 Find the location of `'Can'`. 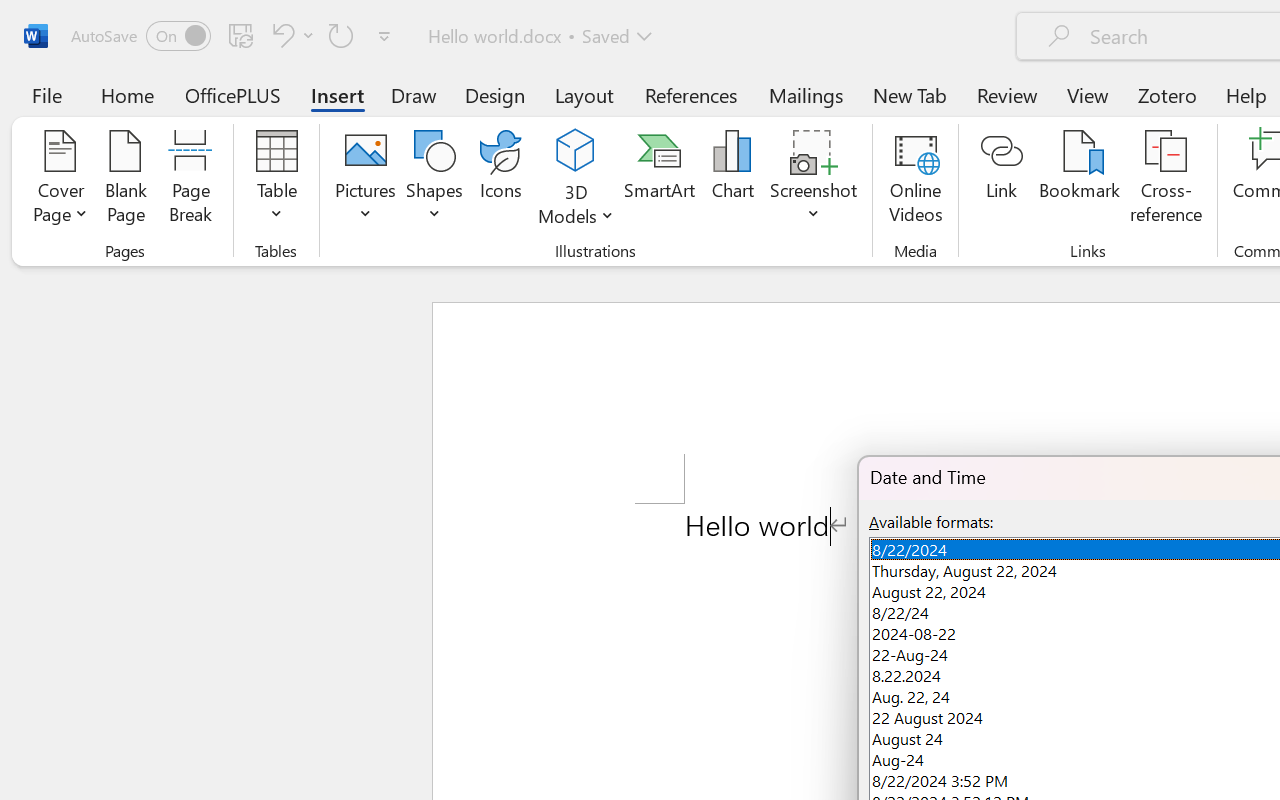

'Can' is located at coordinates (341, 34).